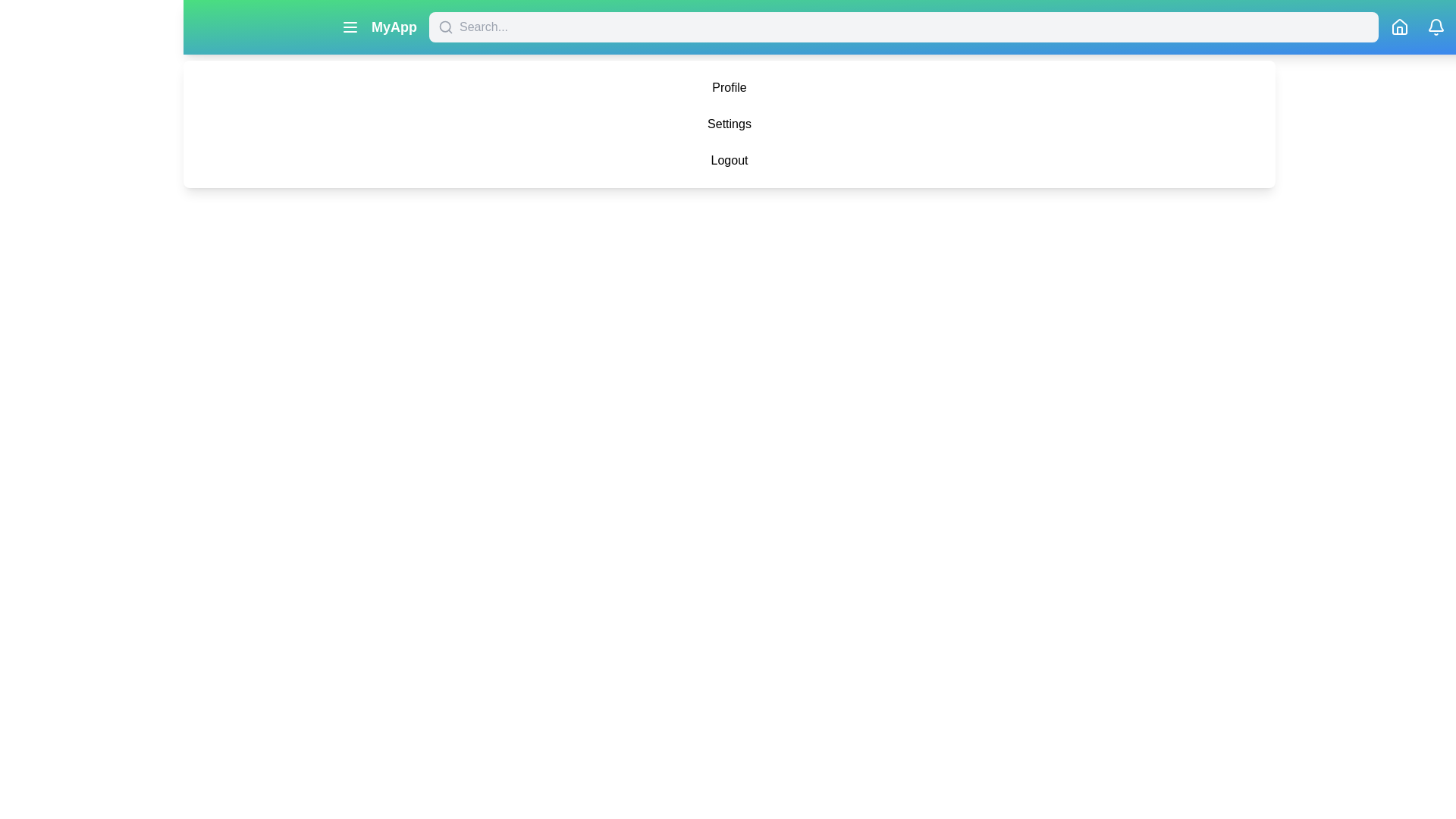 The height and width of the screenshot is (819, 1456). I want to click on text label that identifies the application name, located in the top navigation bar to the right of the menu icon and to the left of the search field, so click(378, 27).